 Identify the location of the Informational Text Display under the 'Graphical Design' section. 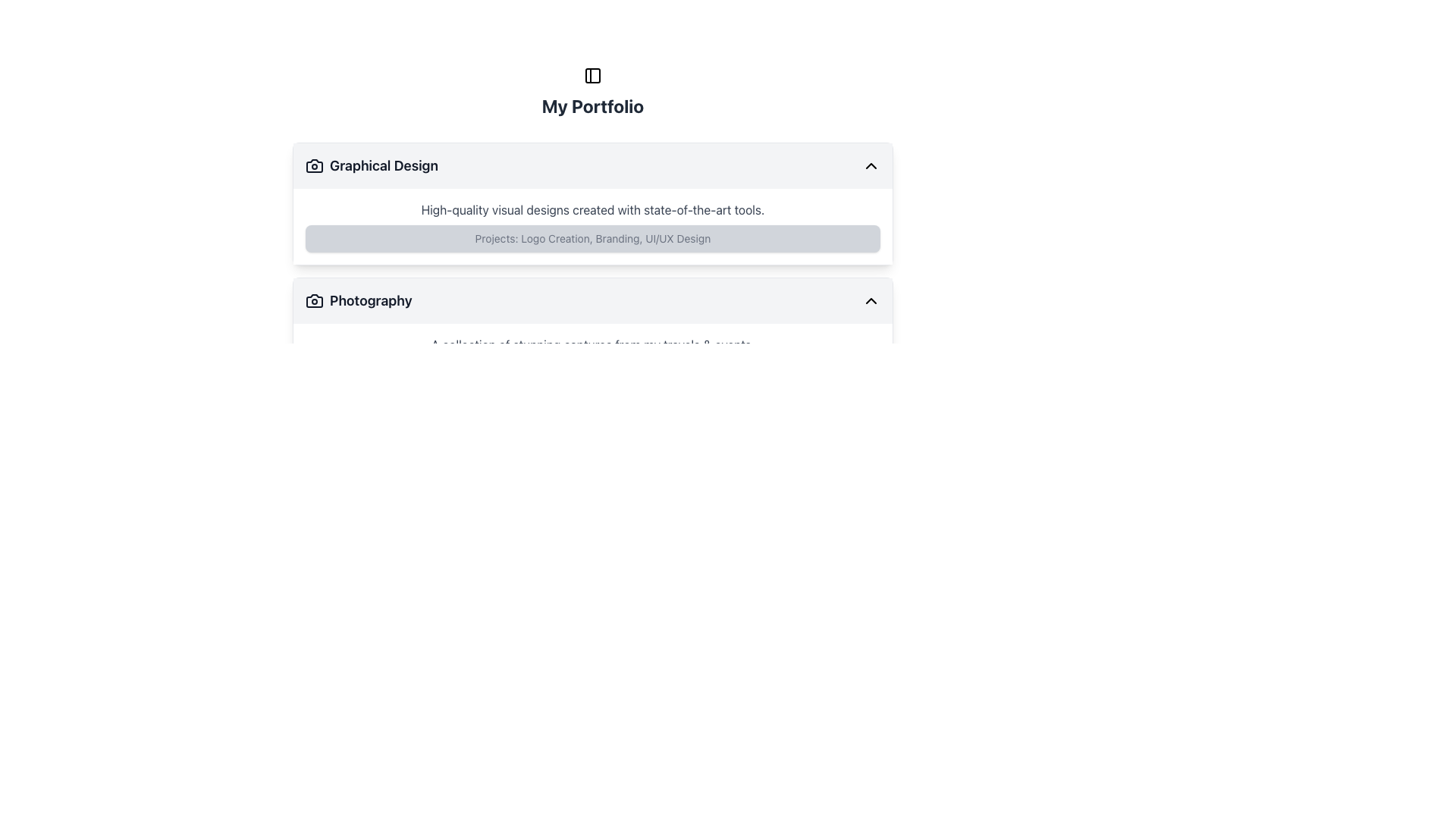
(592, 239).